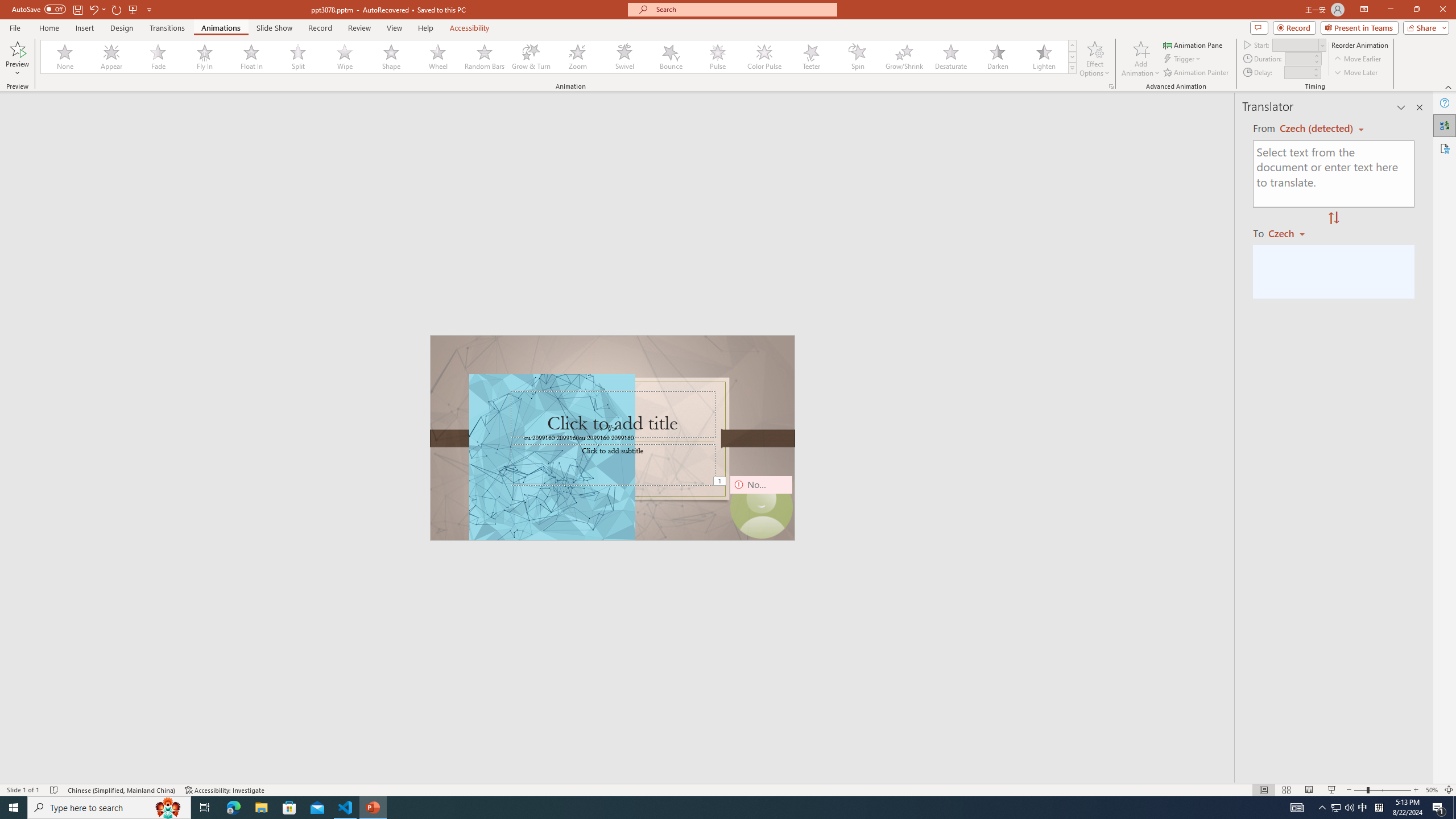 Image resolution: width=1456 pixels, height=819 pixels. I want to click on 'Wipe', so click(345, 56).